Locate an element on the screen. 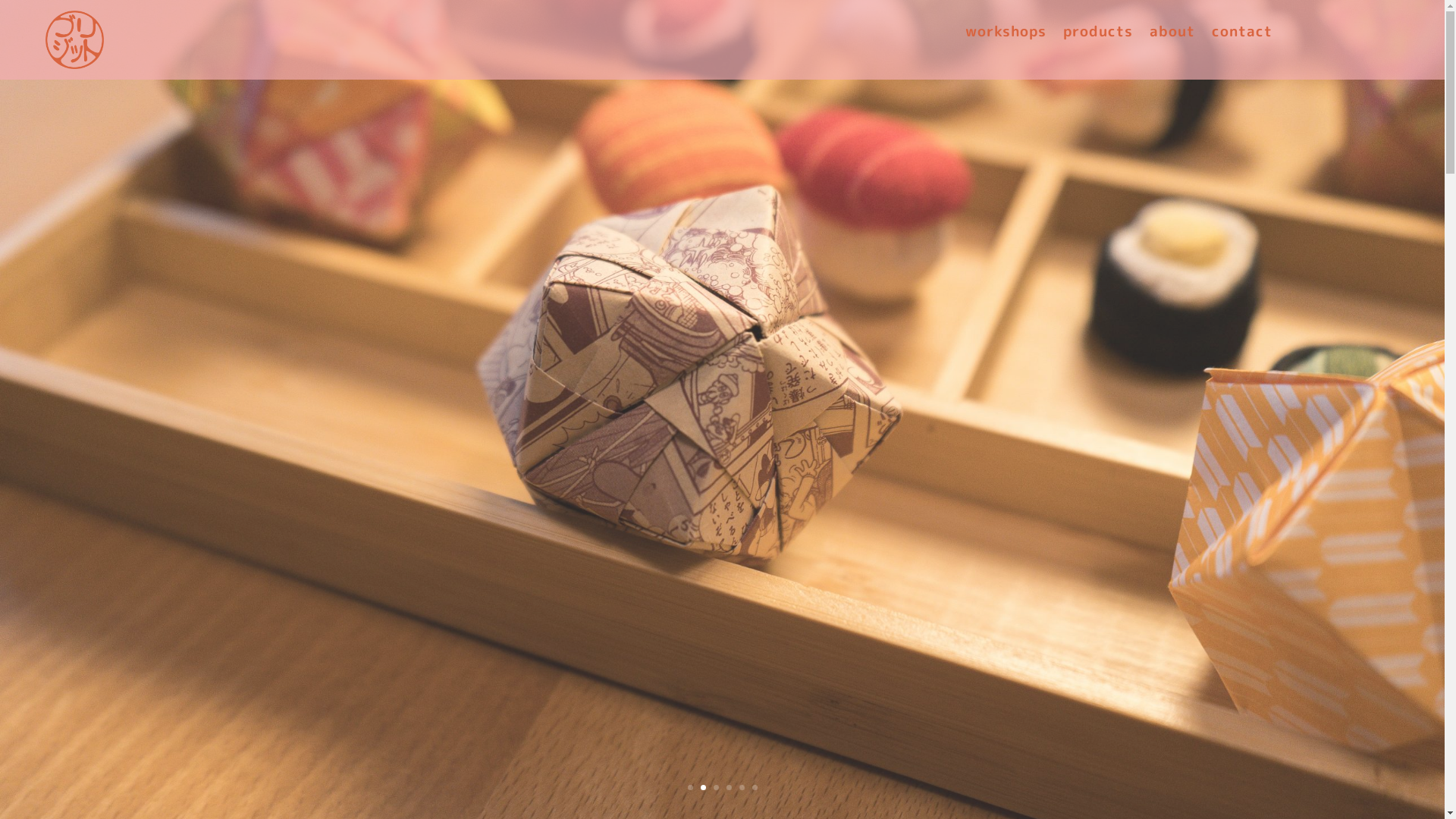 Image resolution: width=1456 pixels, height=819 pixels. 'workshops' is located at coordinates (1006, 34).